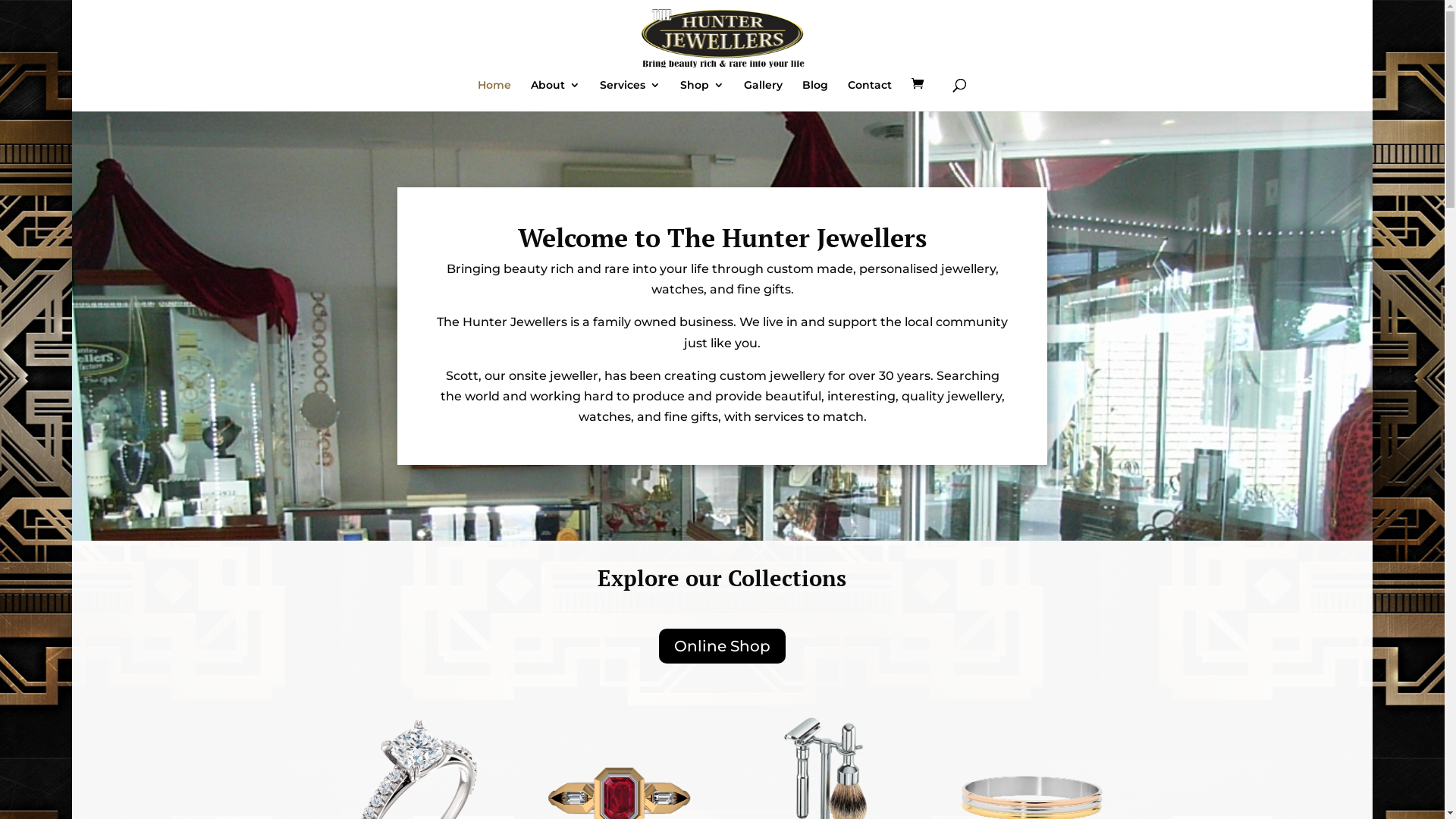 Image resolution: width=1456 pixels, height=819 pixels. Describe the element at coordinates (743, 96) in the screenshot. I see `'Gallery'` at that location.